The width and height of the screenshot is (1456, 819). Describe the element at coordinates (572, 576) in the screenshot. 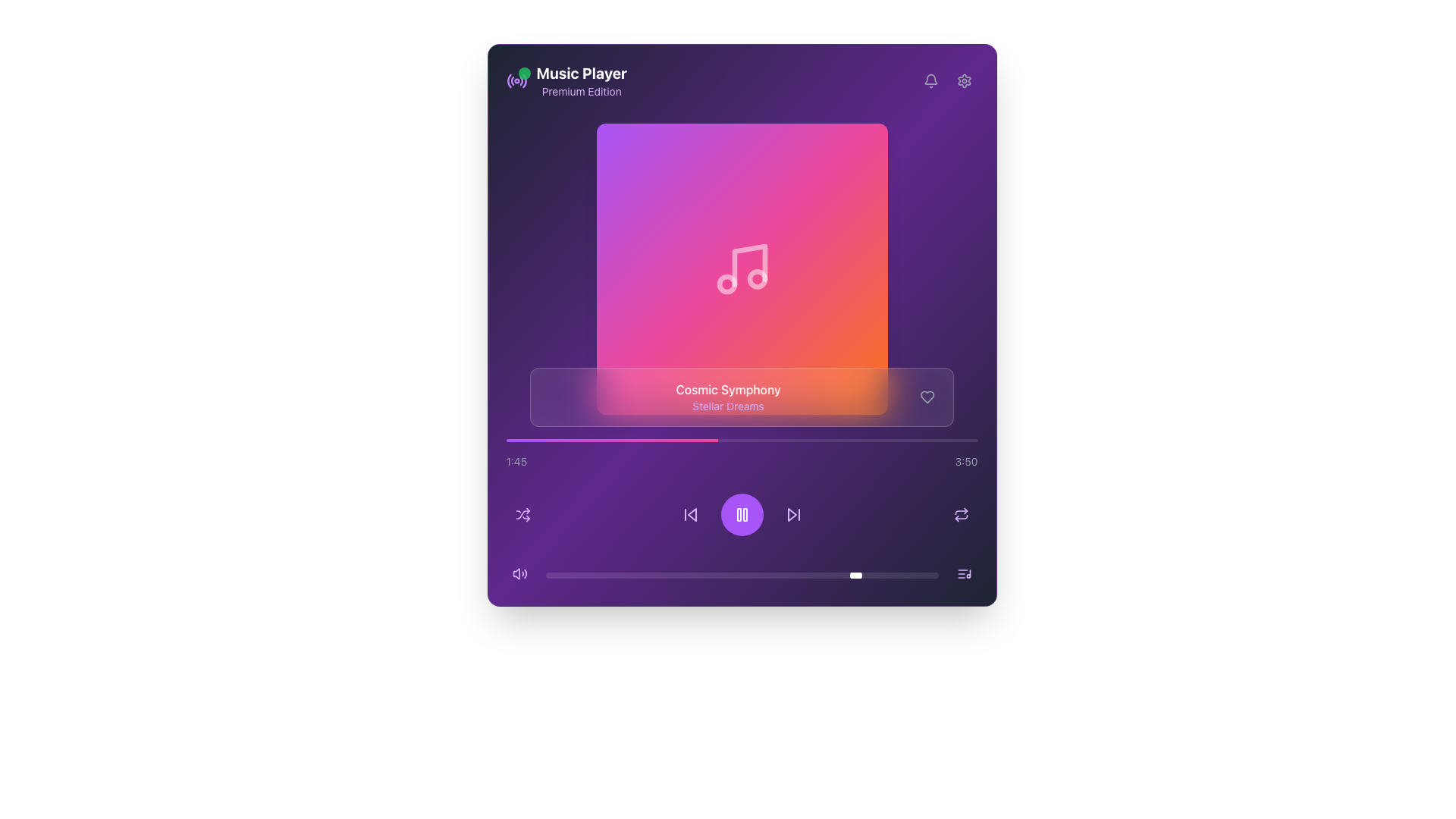

I see `the slider` at that location.